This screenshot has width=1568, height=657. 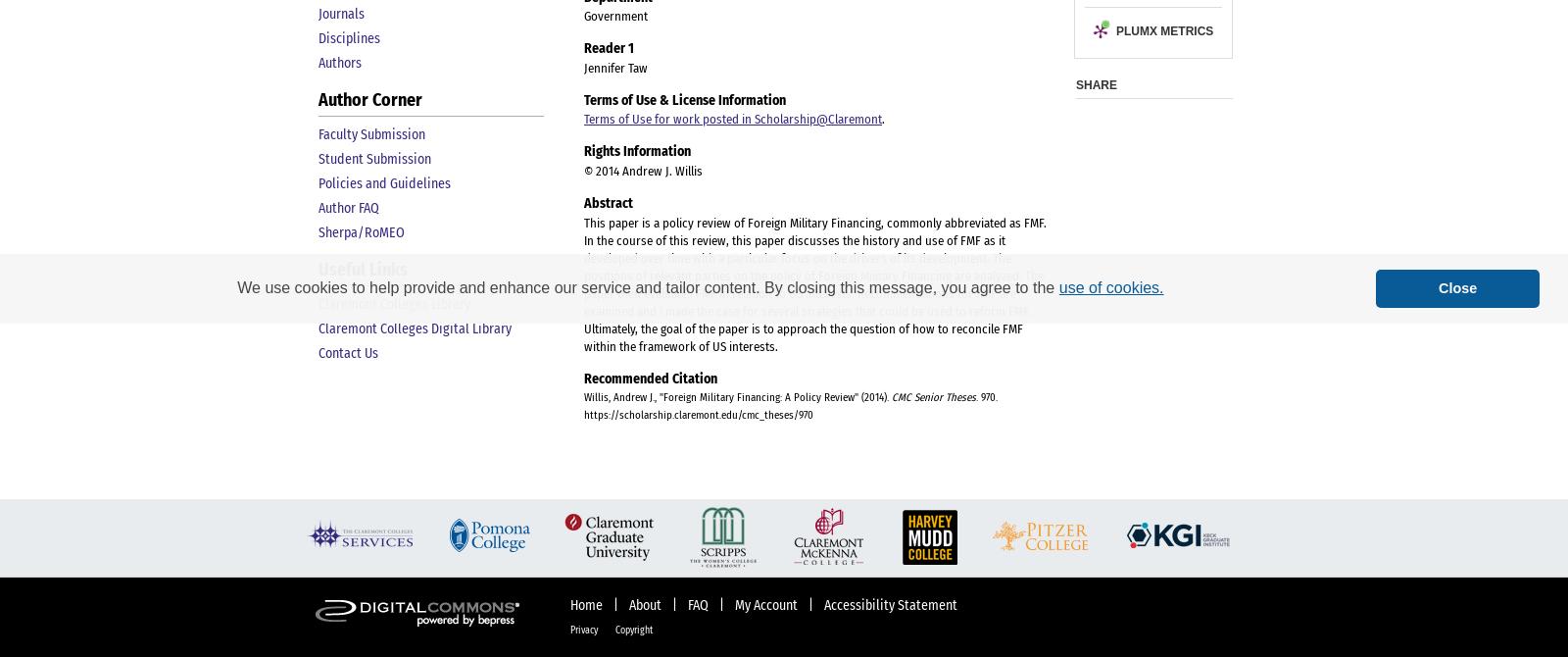 What do you see at coordinates (587, 604) in the screenshot?
I see `'Home'` at bounding box center [587, 604].